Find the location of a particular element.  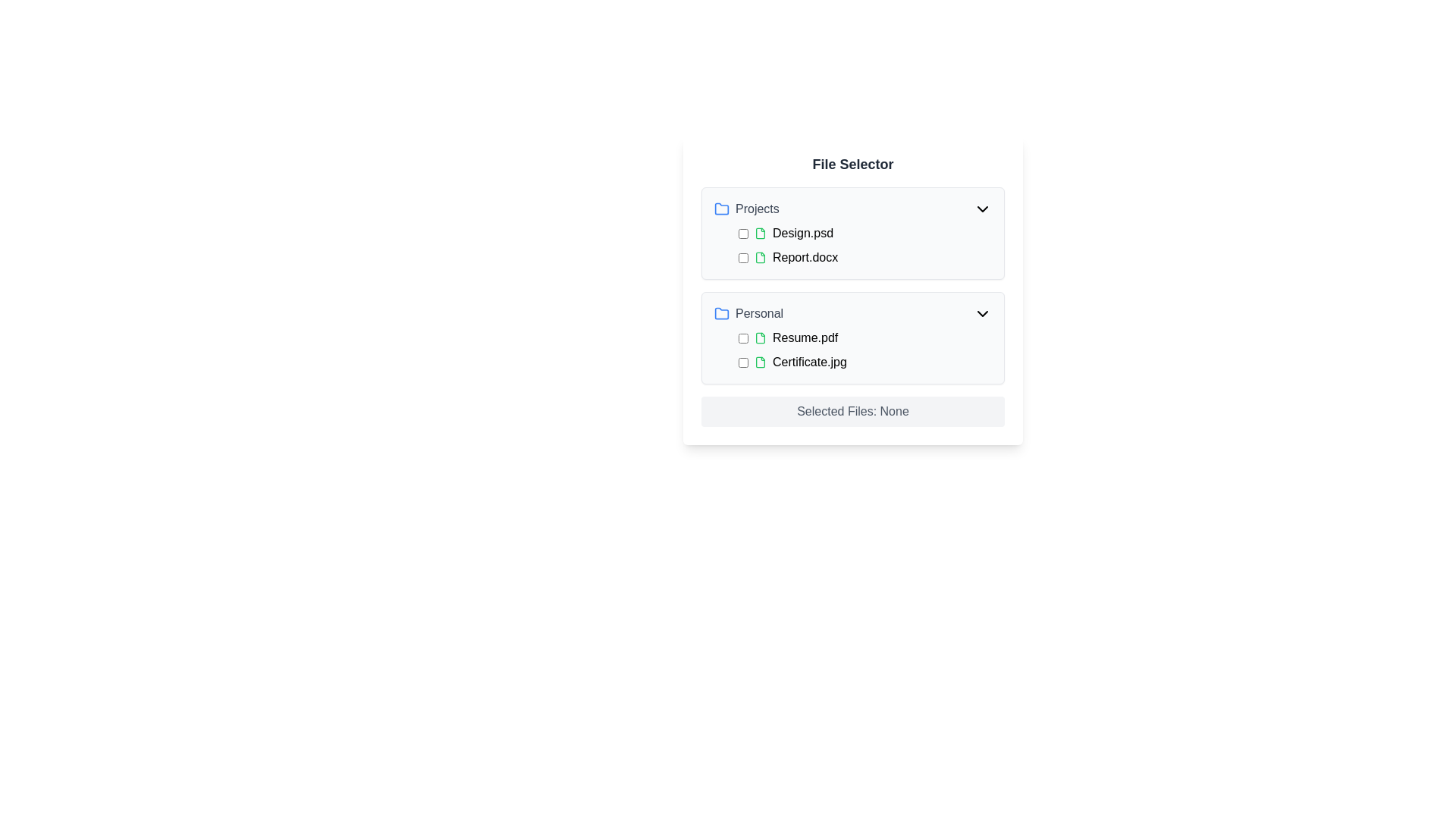

the checkbox associated with the file 'Certificate.jpg' is located at coordinates (743, 362).